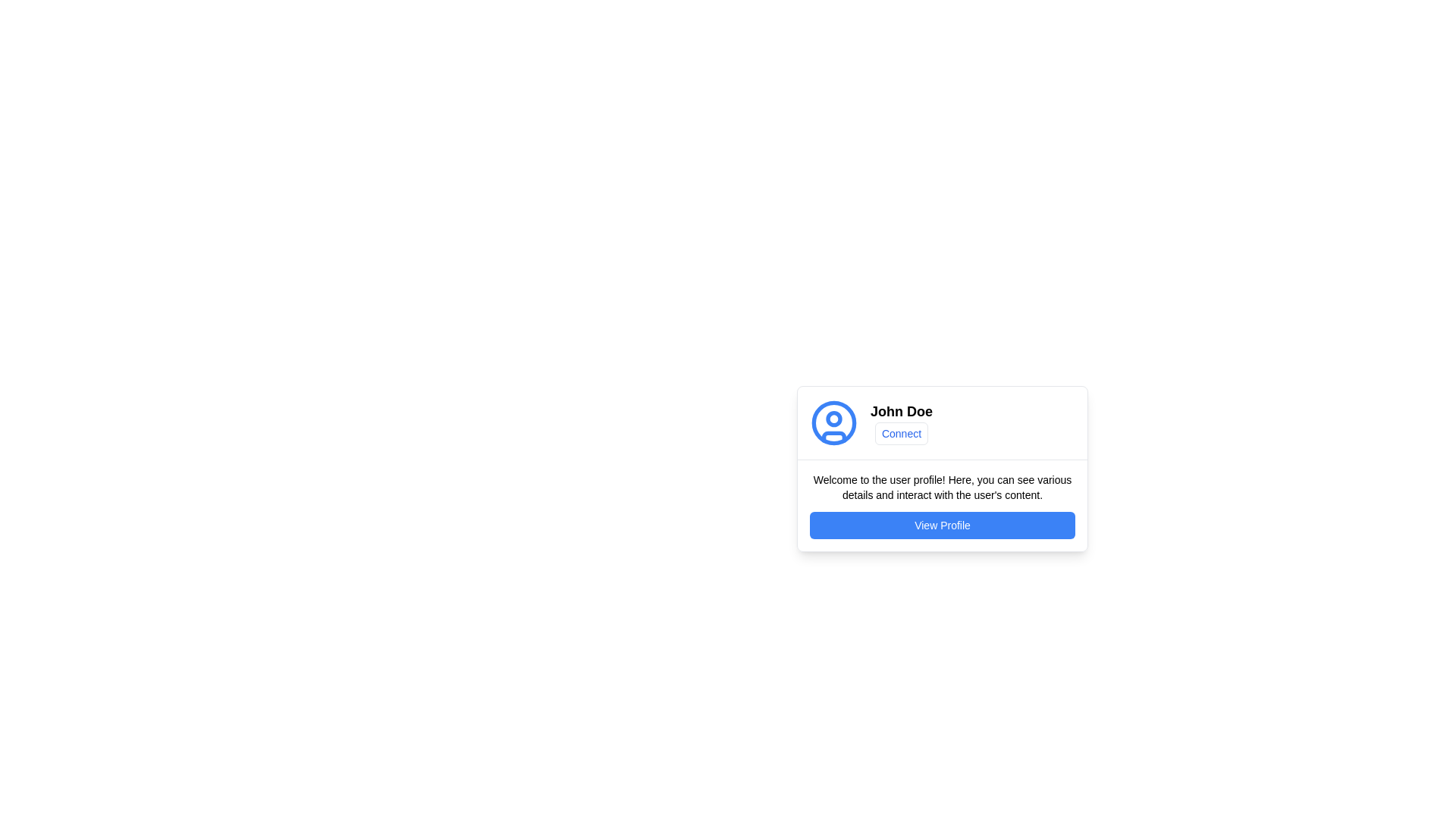 Image resolution: width=1456 pixels, height=819 pixels. What do you see at coordinates (942, 525) in the screenshot?
I see `the 'View Profile' button, which is a blue rectangular button with white text and rounded corners located below the user profile description within a card component` at bounding box center [942, 525].